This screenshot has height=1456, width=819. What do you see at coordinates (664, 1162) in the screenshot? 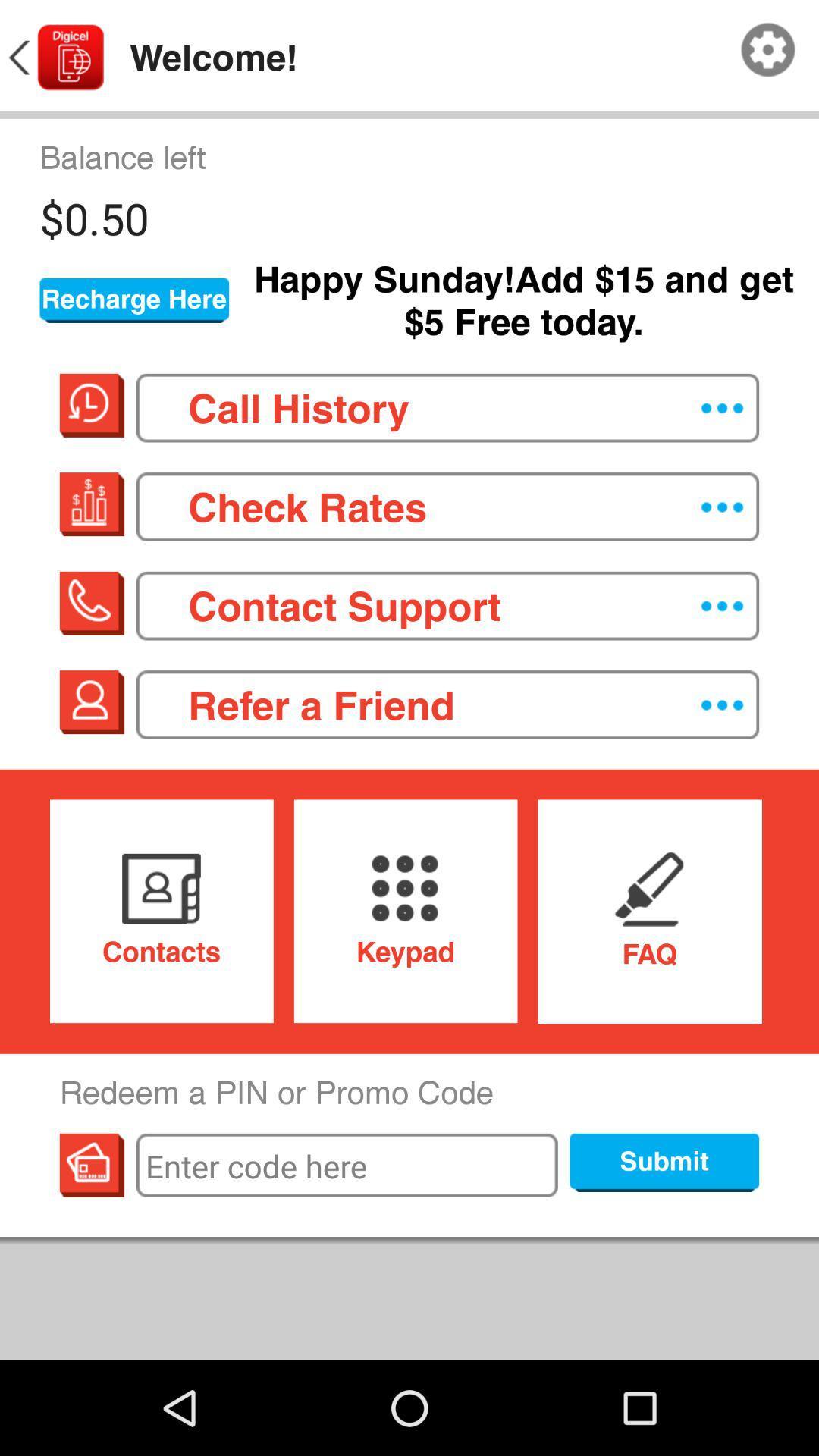
I see `submit button` at bounding box center [664, 1162].